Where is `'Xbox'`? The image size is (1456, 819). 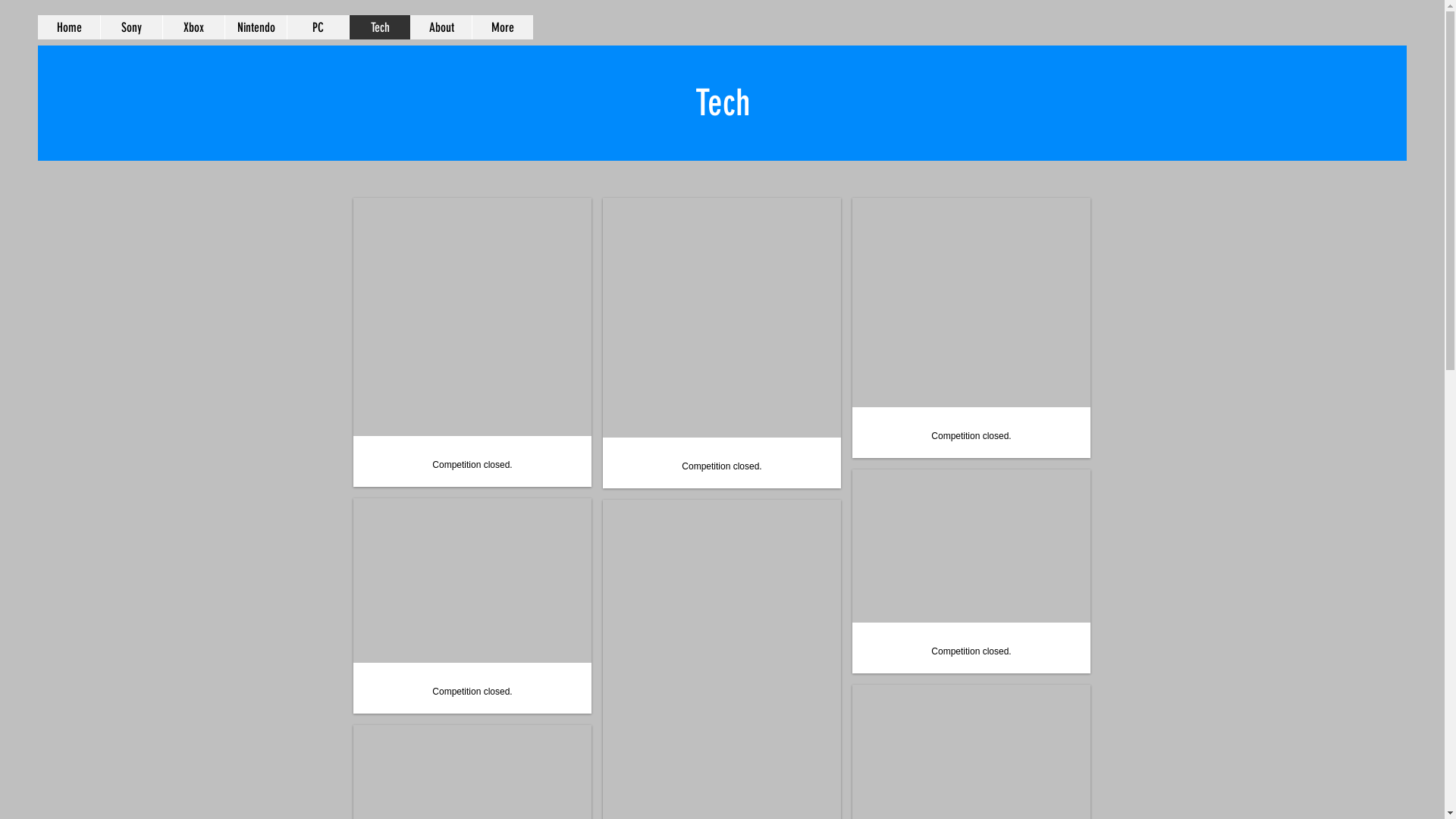
'Xbox' is located at coordinates (192, 27).